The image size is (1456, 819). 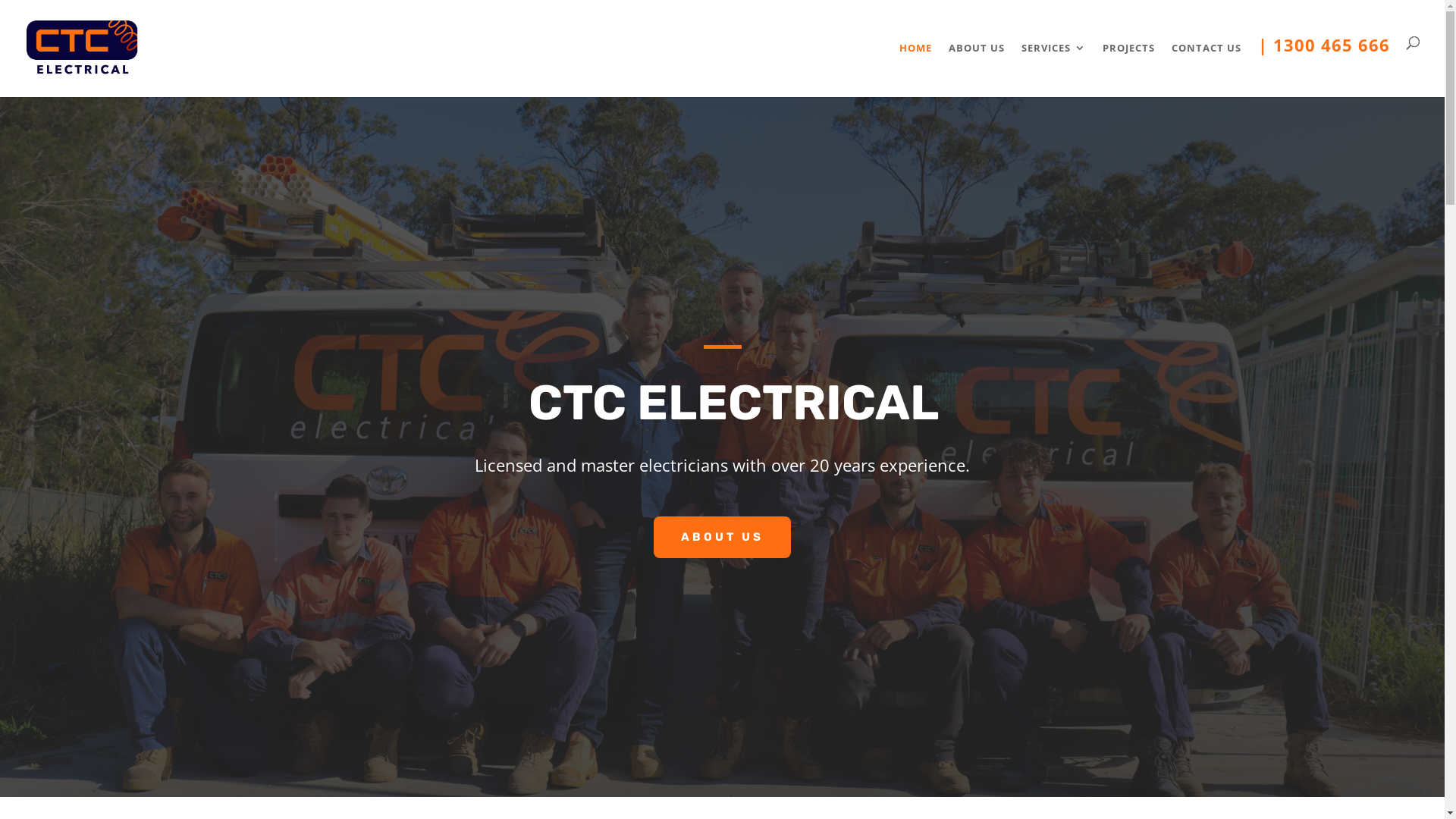 I want to click on 'CONTACT US', so click(x=1205, y=65).